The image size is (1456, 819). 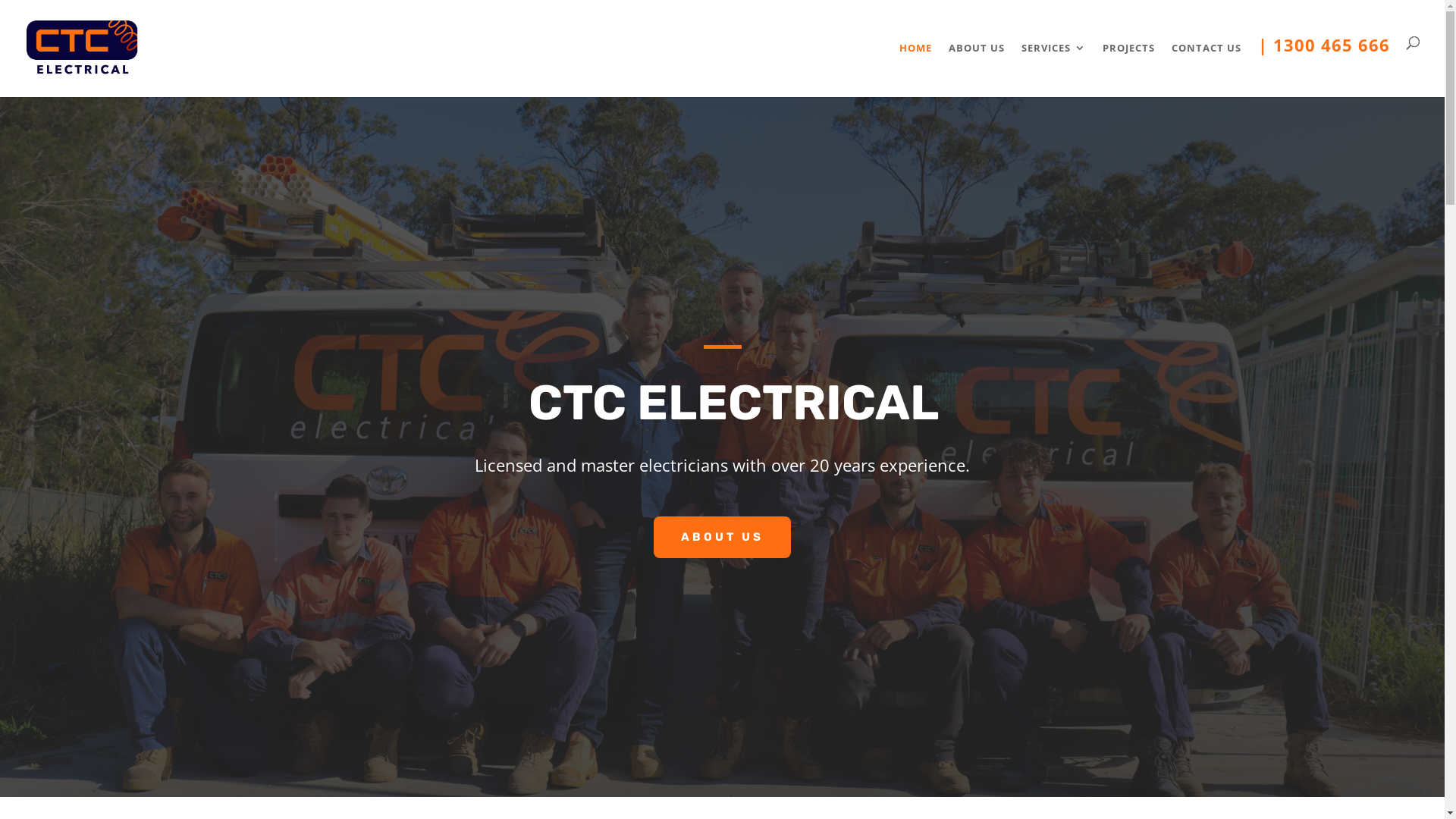 I want to click on 'CONTACT US', so click(x=1205, y=65).